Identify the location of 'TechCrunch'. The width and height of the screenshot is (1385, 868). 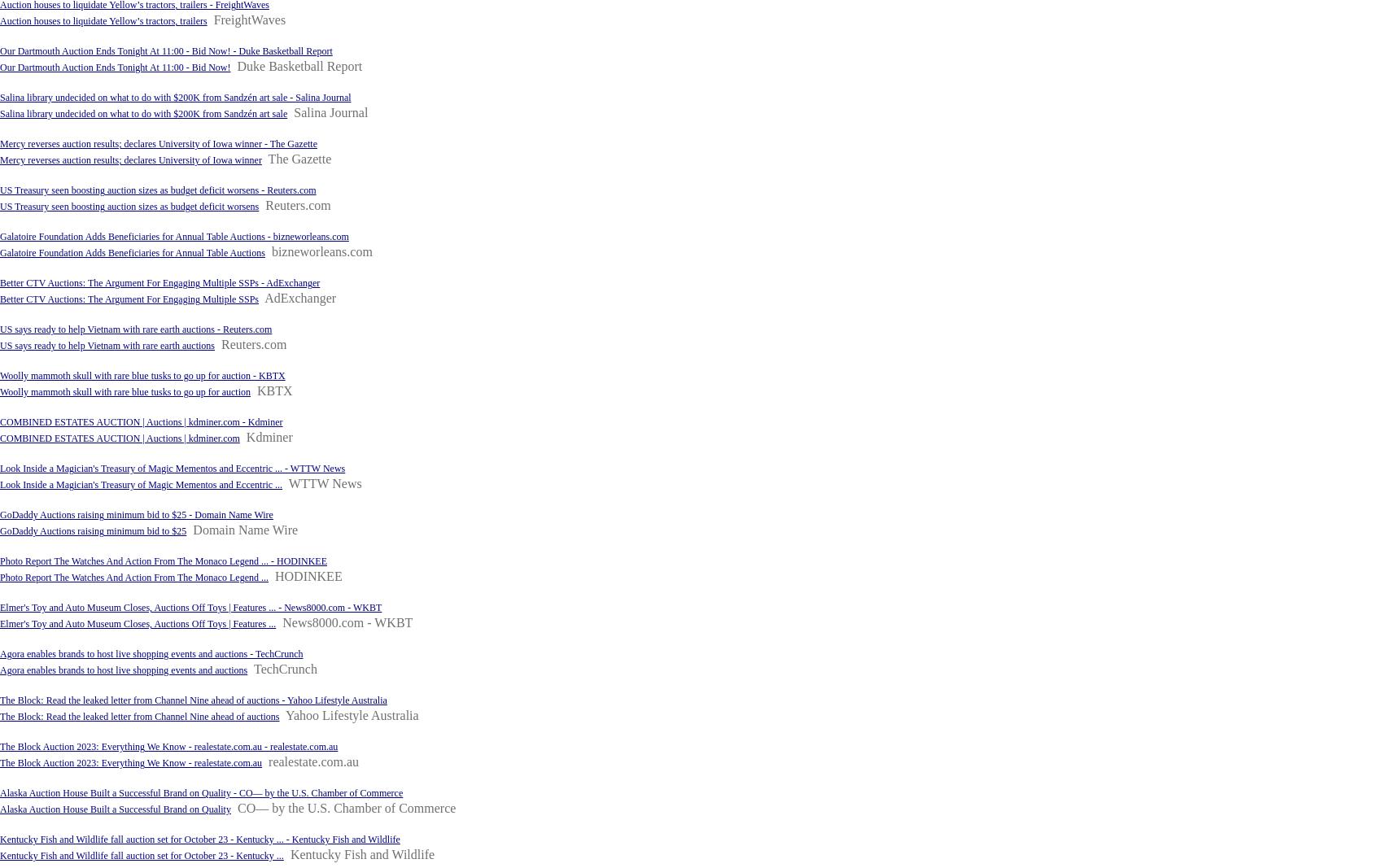
(285, 668).